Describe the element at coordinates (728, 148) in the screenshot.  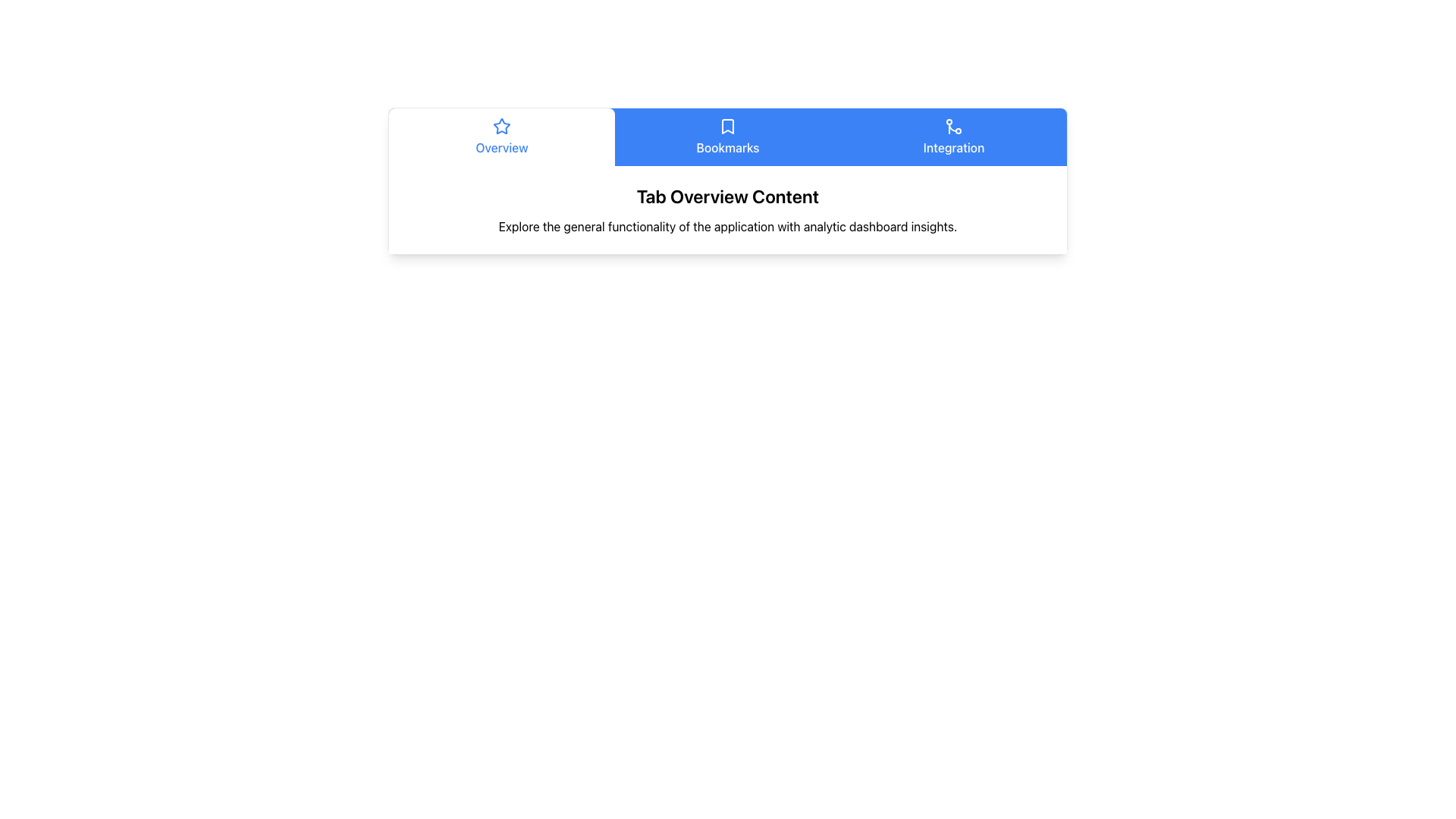
I see `the text label displaying 'Bookmarks' in white on a blue background, which is centered in the tabbed navigation bar and indicates its active state` at that location.